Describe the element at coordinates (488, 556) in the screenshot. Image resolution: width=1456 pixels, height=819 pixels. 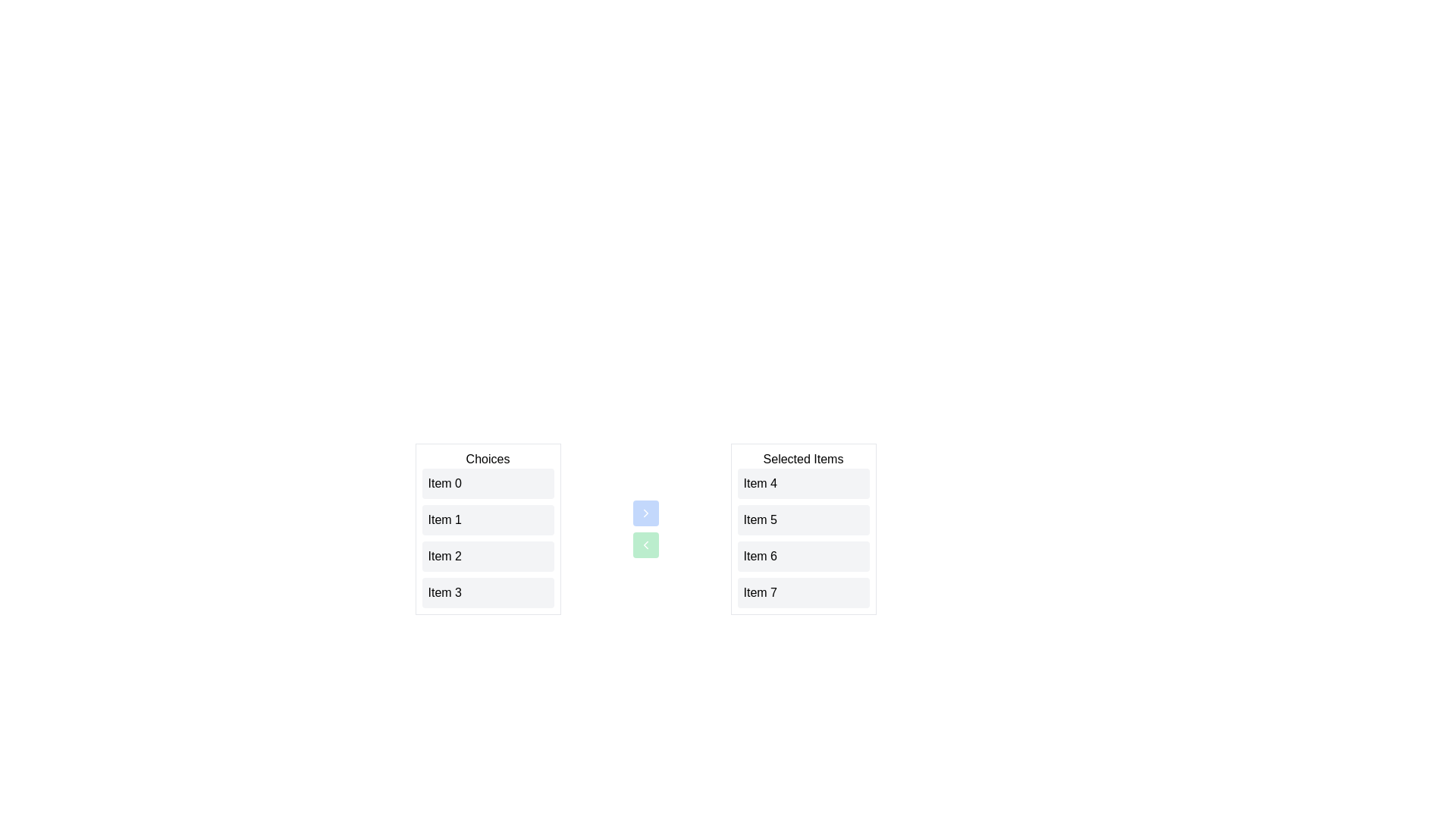
I see `the list item labeled 'Item 2' in the third position of the 'Choices' list` at that location.